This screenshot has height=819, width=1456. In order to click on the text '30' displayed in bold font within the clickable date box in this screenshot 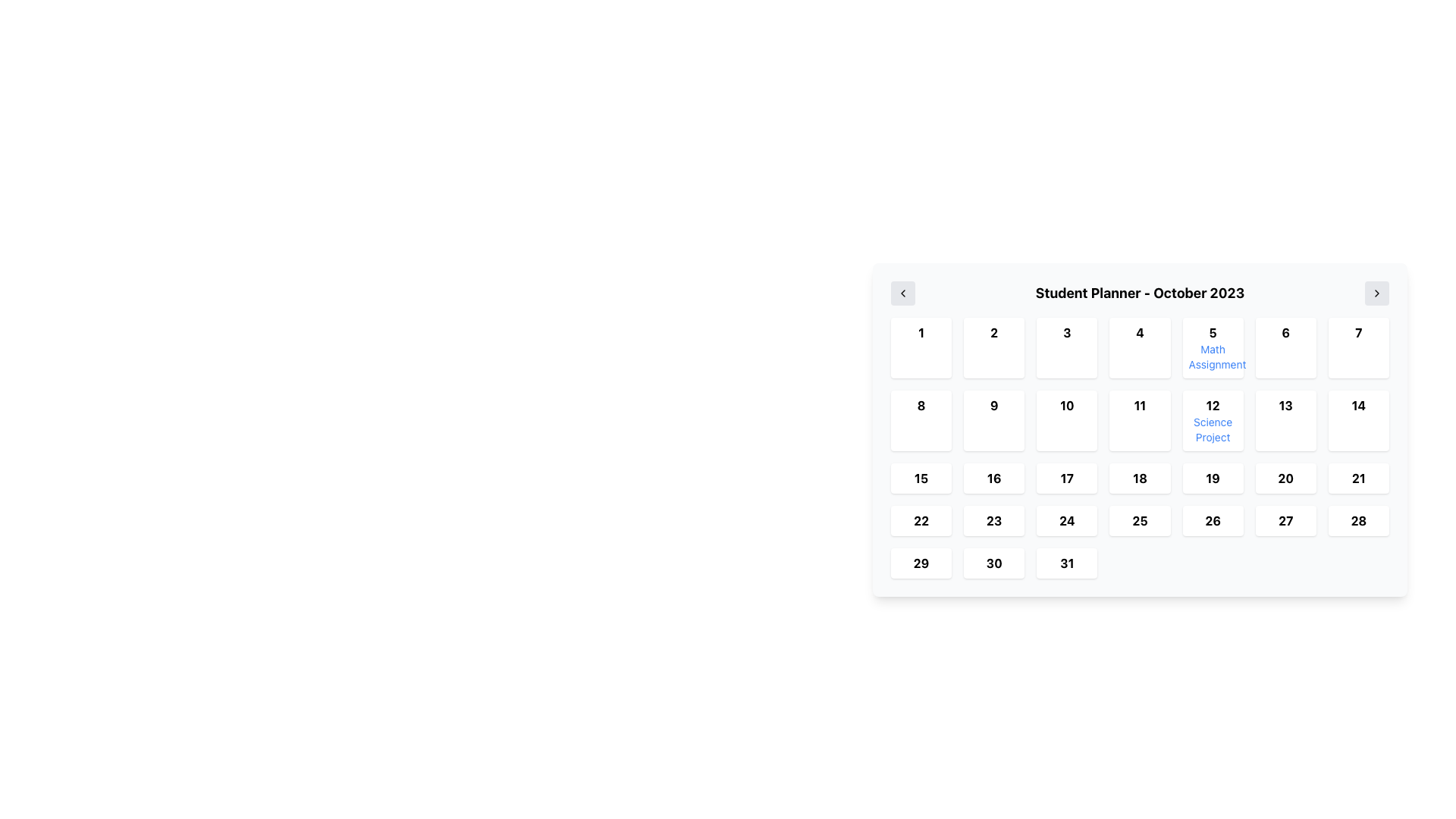, I will do `click(994, 563)`.